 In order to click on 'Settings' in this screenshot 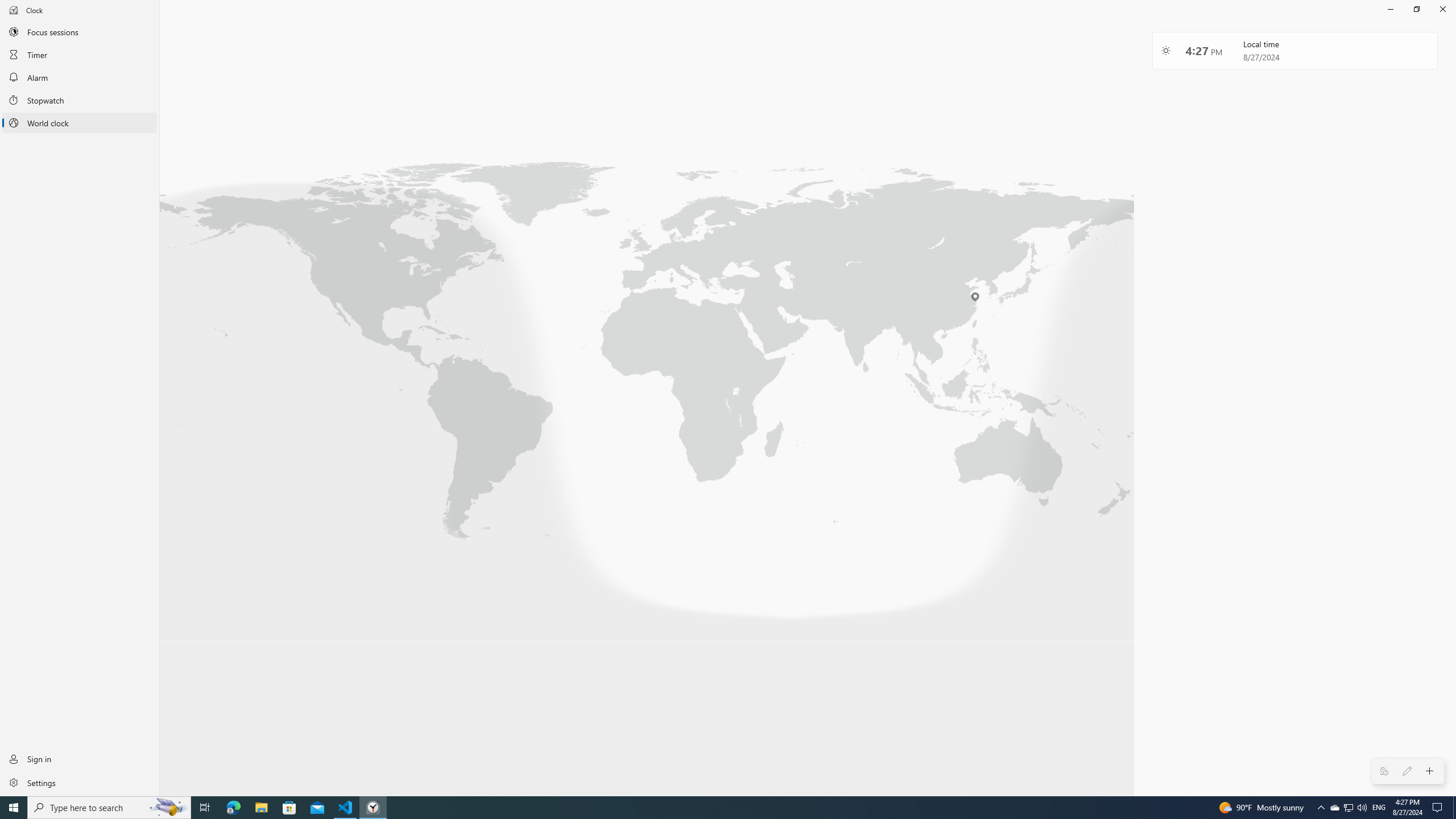, I will do `click(79, 781)`.